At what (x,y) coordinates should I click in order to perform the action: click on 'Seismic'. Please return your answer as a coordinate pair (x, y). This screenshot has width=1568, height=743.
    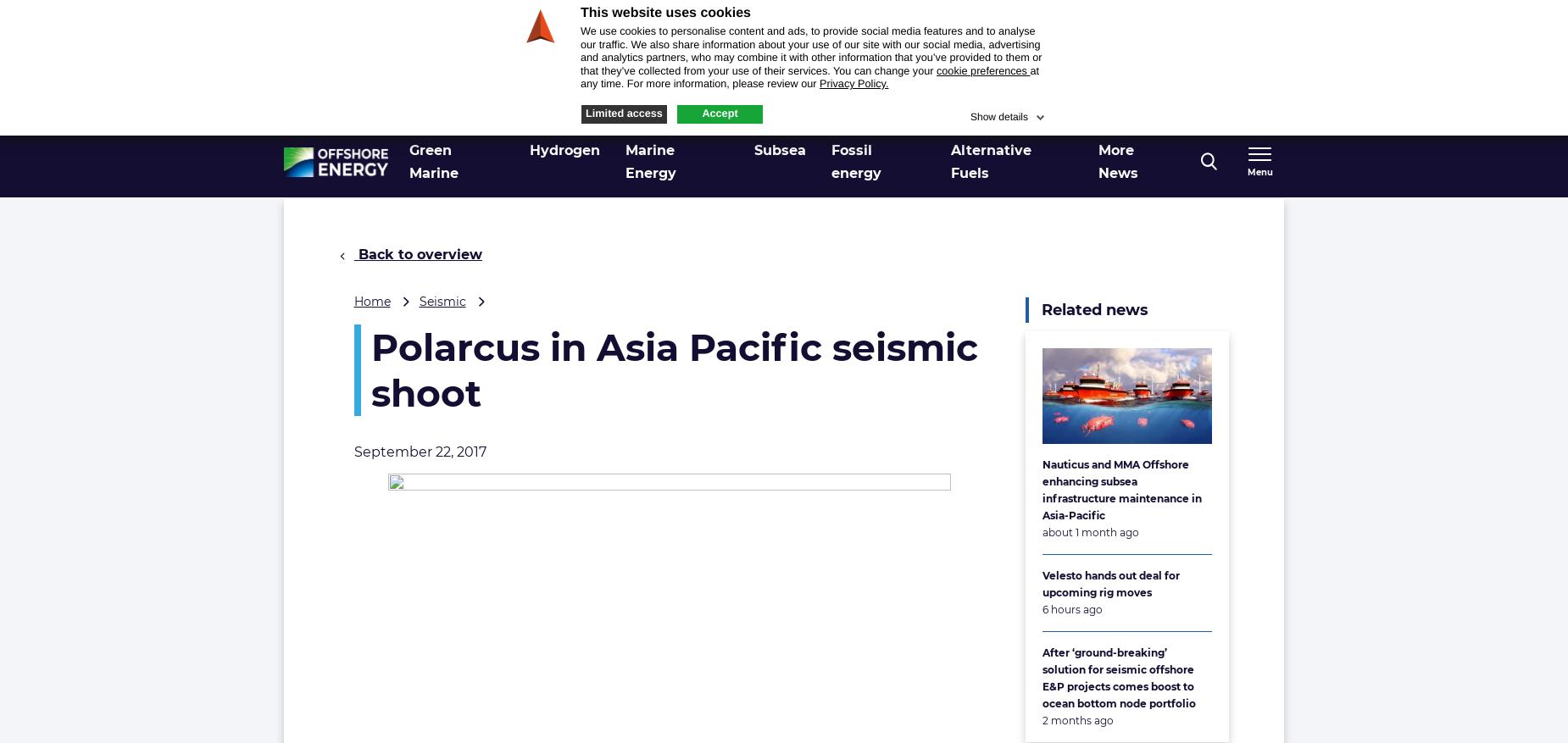
    Looking at the image, I should click on (442, 301).